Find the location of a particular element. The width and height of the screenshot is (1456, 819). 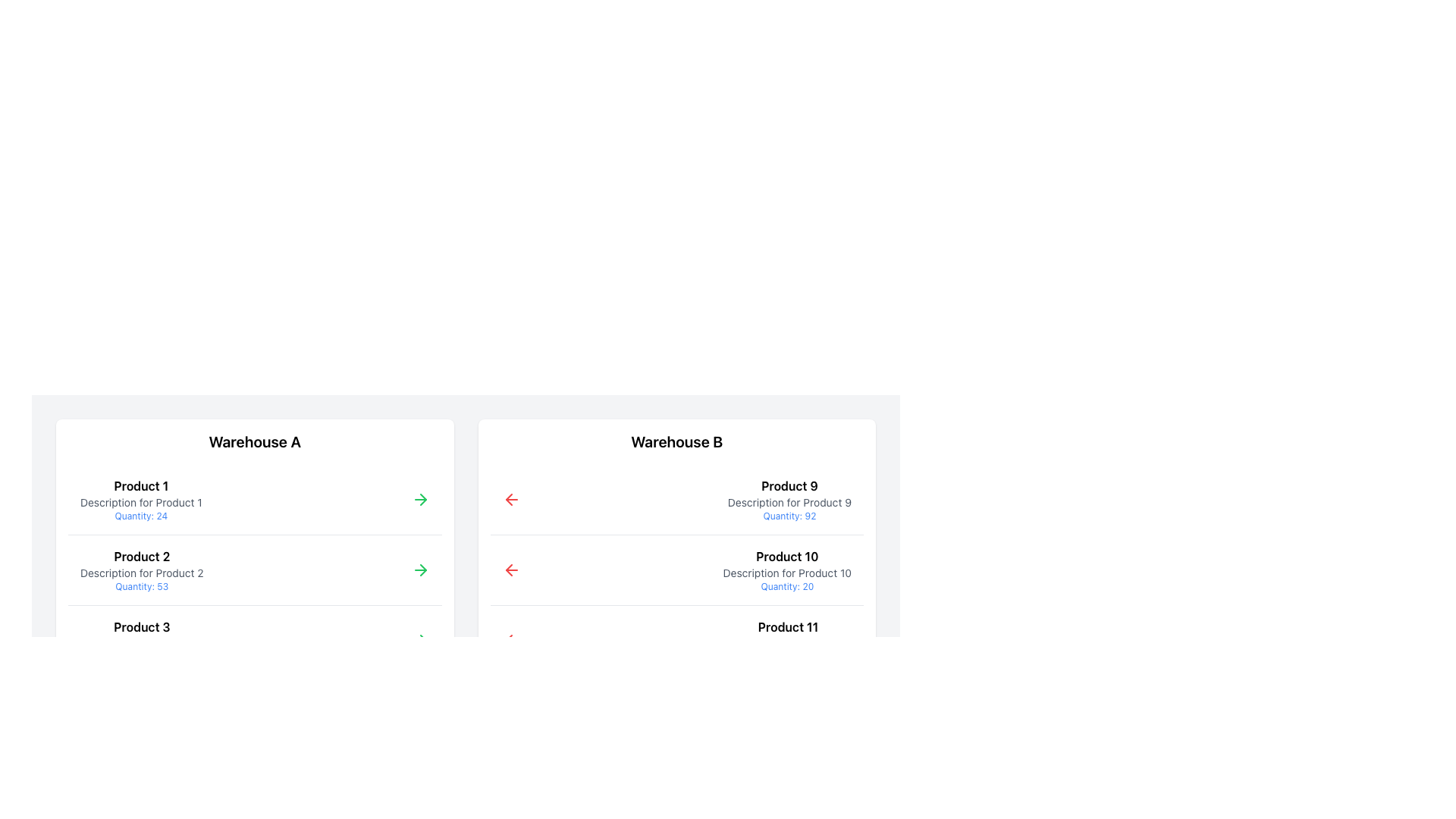

the informational text label indicating the quantity of the product available, located within the 'Product 2' group under 'Warehouse A' is located at coordinates (142, 586).